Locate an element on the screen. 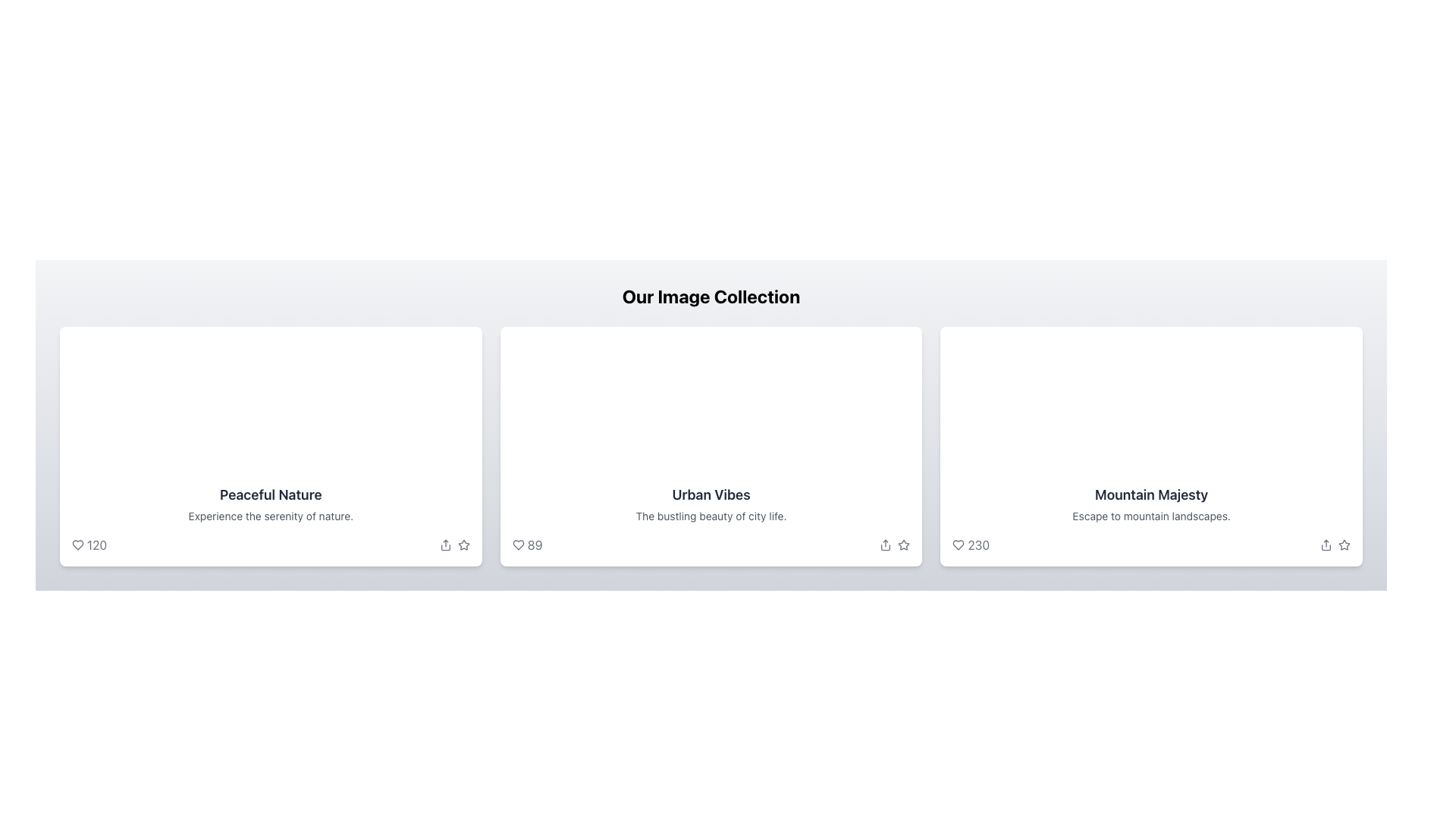 Image resolution: width=1456 pixels, height=819 pixels. the heart-shaped icon located to the left of the number '89' under the 'Urban Vibes' section is located at coordinates (518, 544).